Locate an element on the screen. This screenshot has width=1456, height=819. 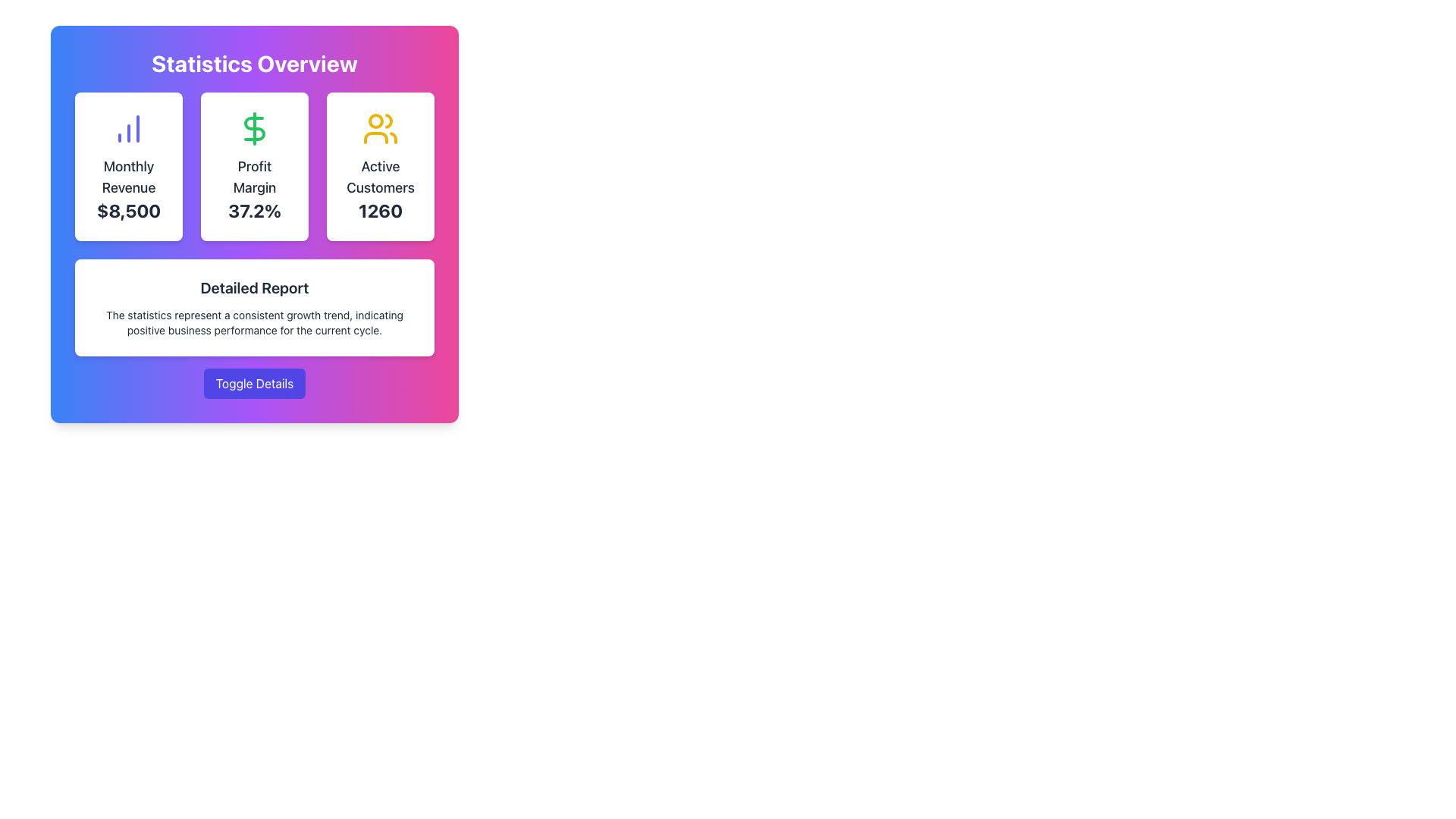
the informational display card that shows the profit margin percentage, located in the center column under 'Statistics Overview', between 'Monthly Revenue' and 'Active Customers' is located at coordinates (255, 166).